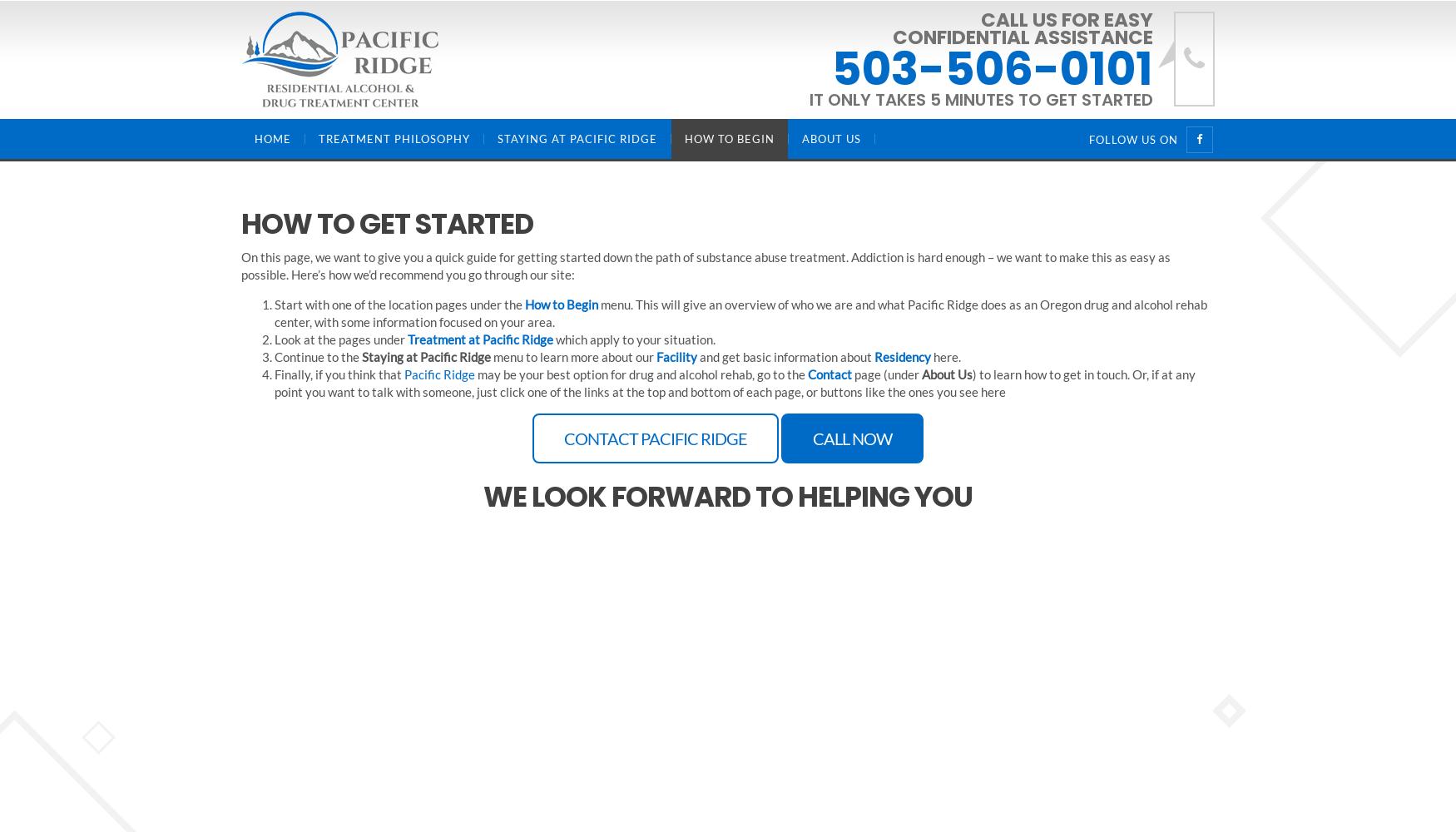  What do you see at coordinates (475, 374) in the screenshot?
I see `'may be your best option for drug and alcohol rehab, go to the'` at bounding box center [475, 374].